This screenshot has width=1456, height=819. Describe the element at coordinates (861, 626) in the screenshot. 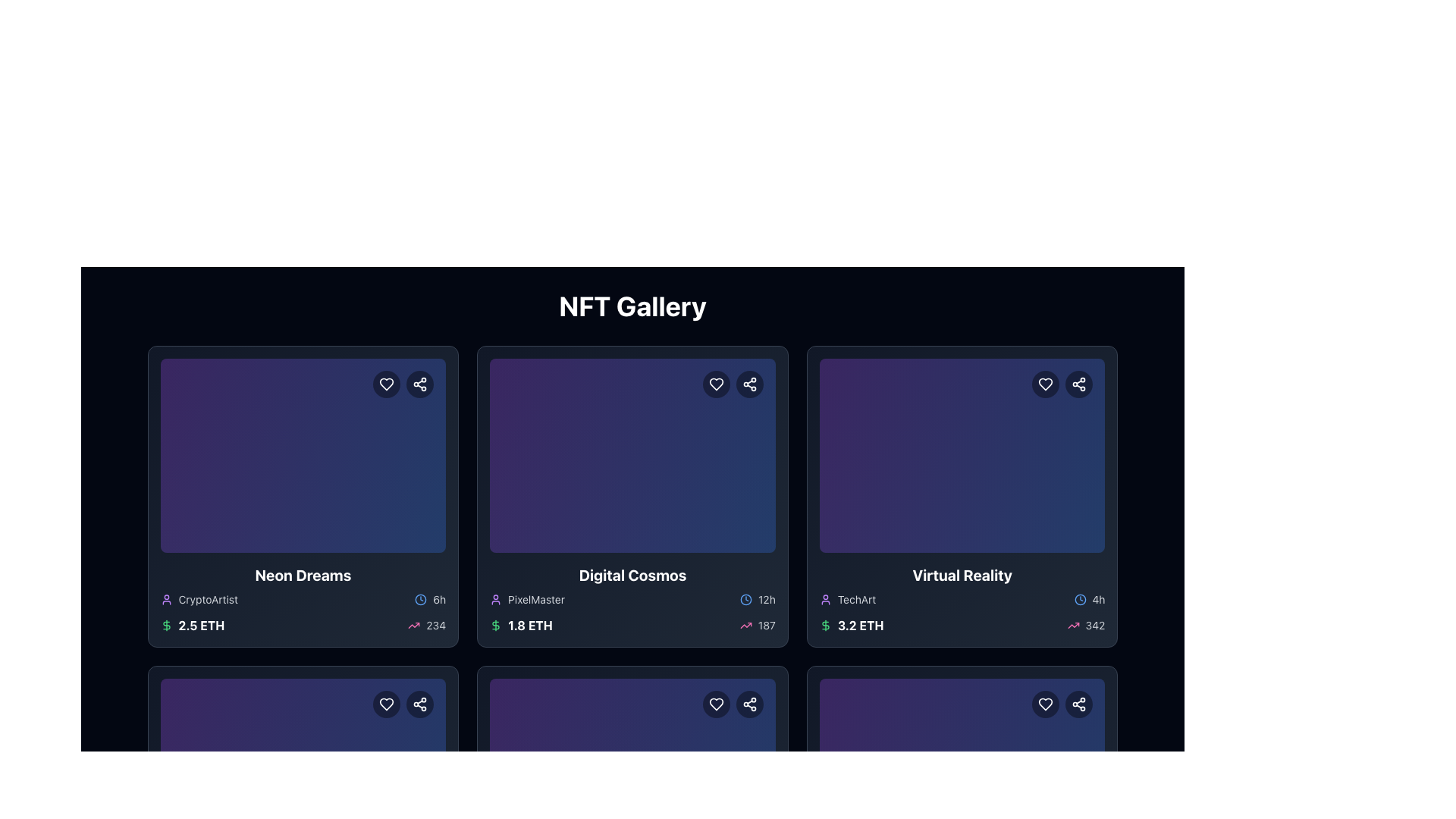

I see `displayed value '3.2 ETH' from the text element in bold white font located beneath the 'Virtual Reality' title` at that location.